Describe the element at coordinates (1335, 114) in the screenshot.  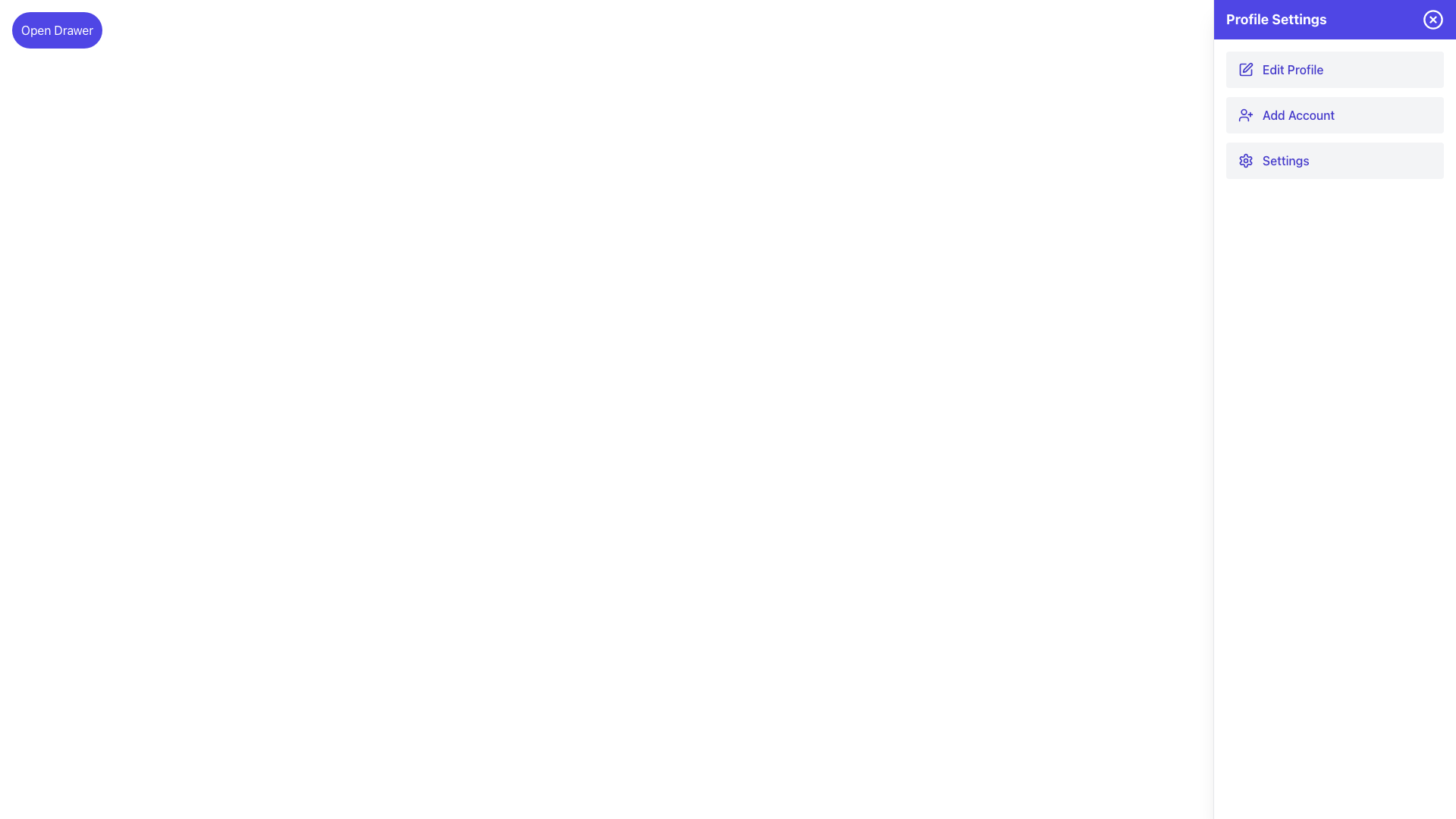
I see `the 'Add New Account' button located in the 'Profile Settings' panel, which is the second button in a vertical list` at that location.